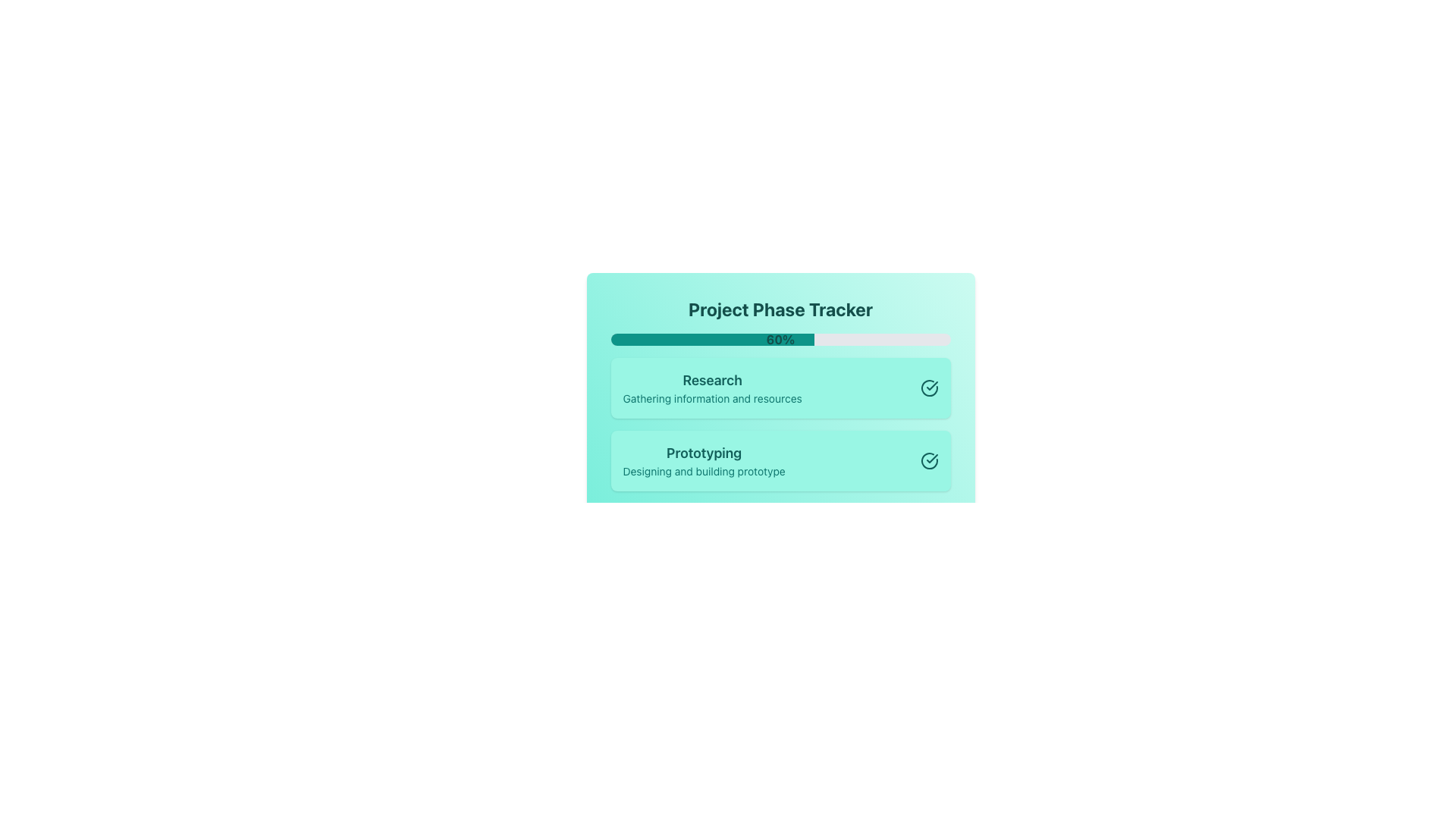  I want to click on the progress indicator bar that visually represents 60% completion, located at the top section of the card, below the title, so click(711, 338).